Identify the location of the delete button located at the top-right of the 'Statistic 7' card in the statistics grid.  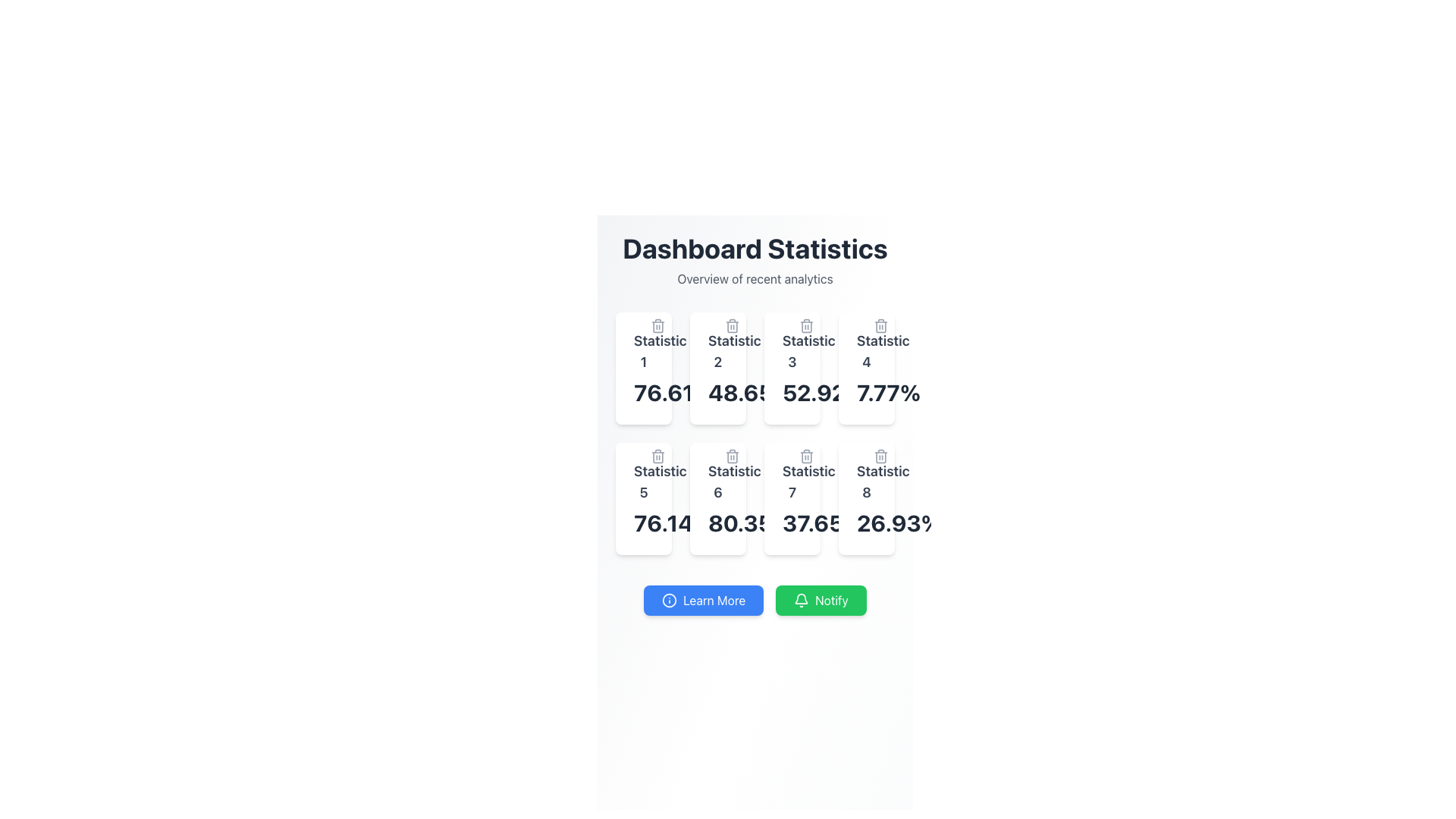
(806, 455).